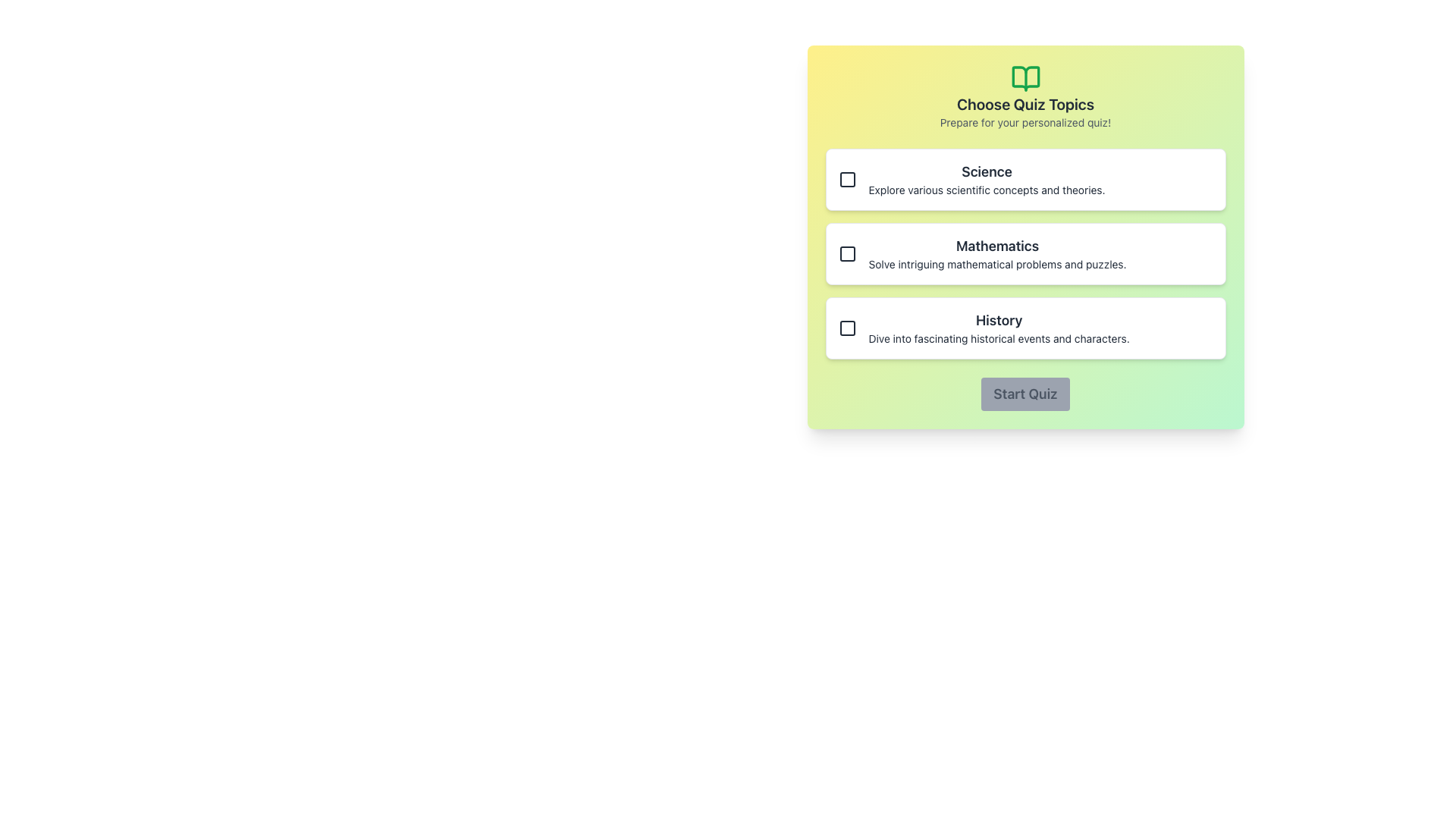 The image size is (1456, 819). I want to click on the static text heading that indicates the purpose of the page for selecting quiz topics, located below a green book icon and above the text 'Prepare for your personalized quiz!', so click(1025, 104).